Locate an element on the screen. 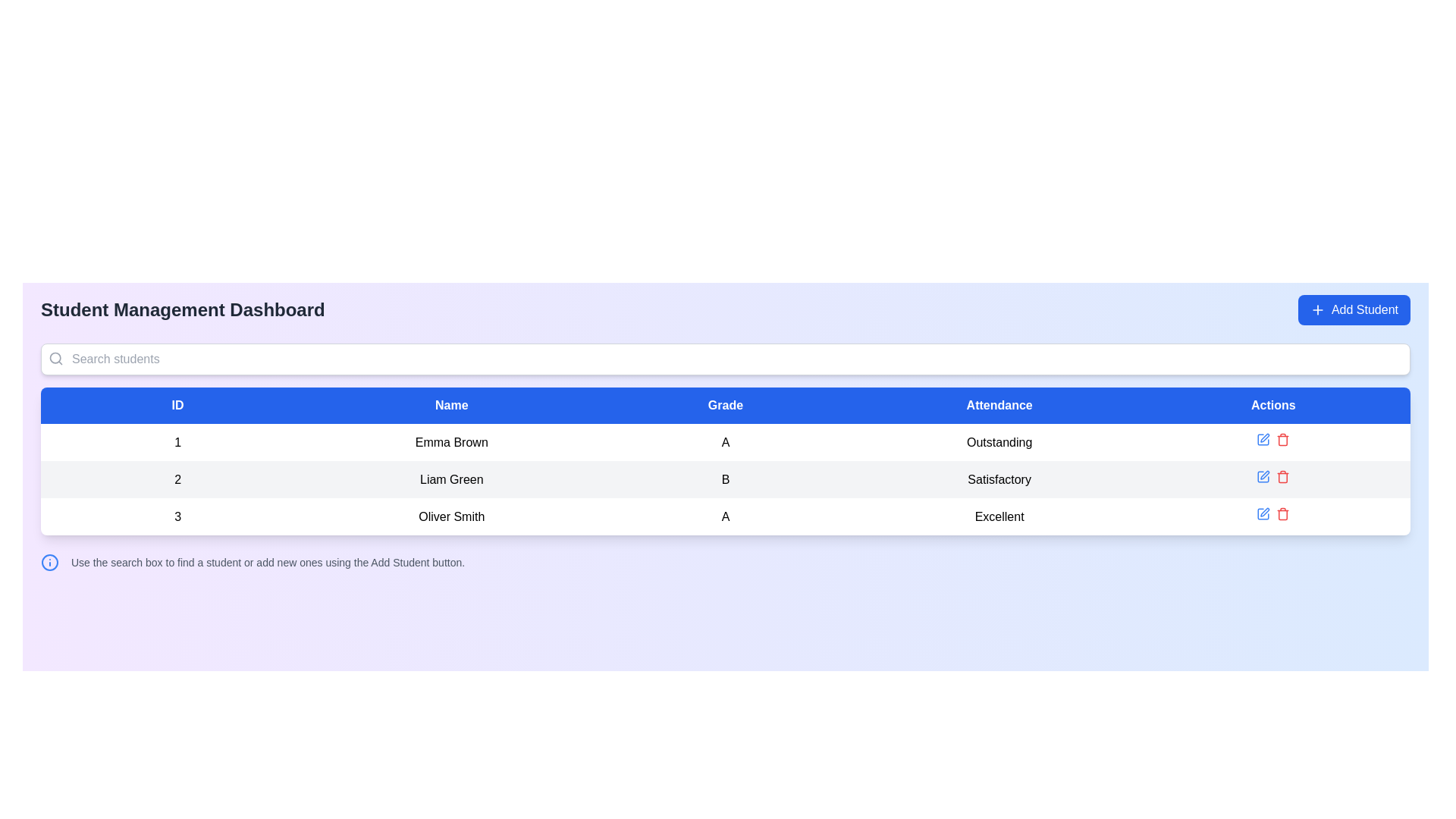 The width and height of the screenshot is (1456, 819). text from the 'Grade' column header, which is the third header in a row of five headers in the table, positioned between the 'Name' and 'Attendance' headers is located at coordinates (724, 405).